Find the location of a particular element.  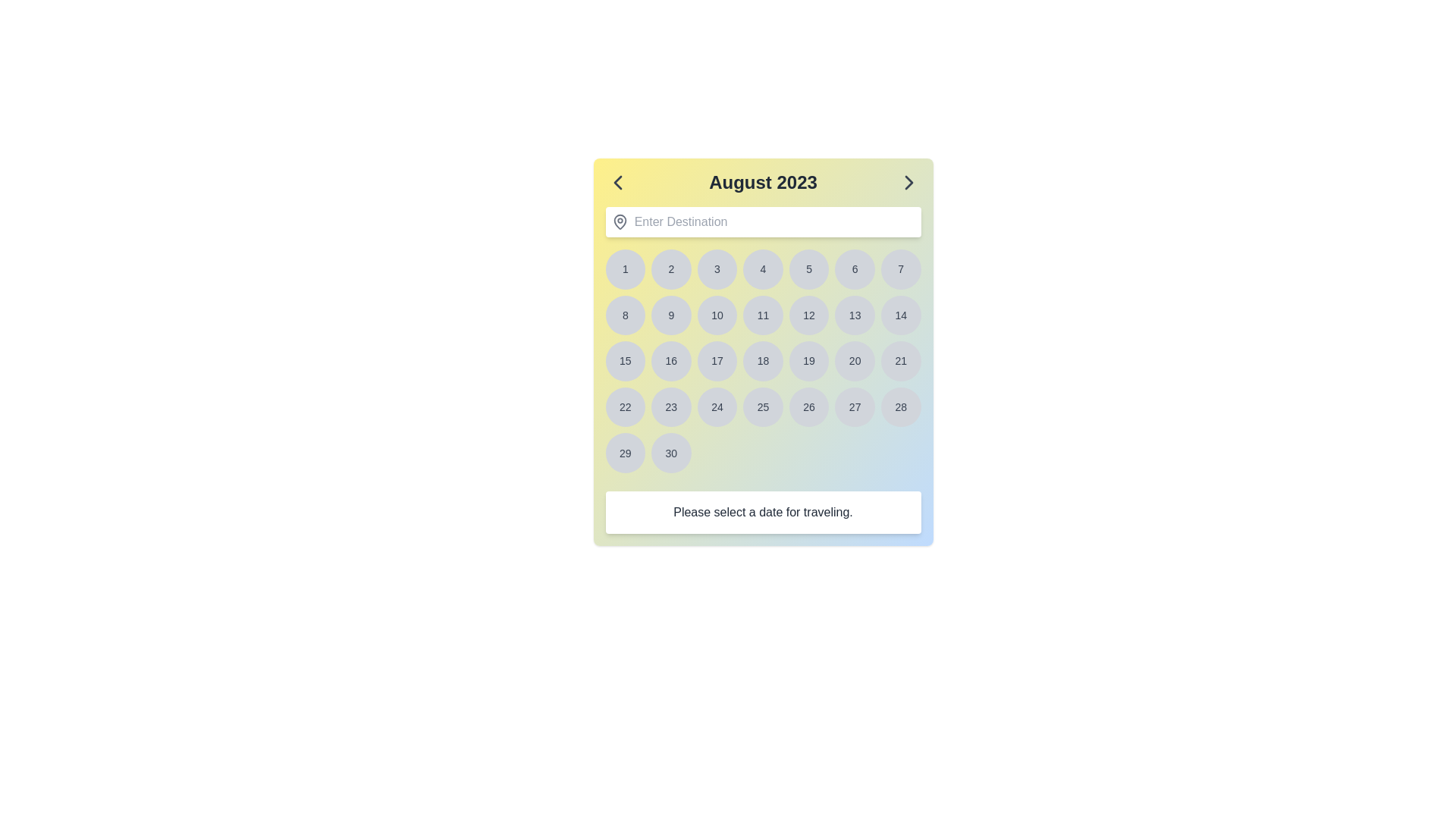

the circular button with a light gray background that contains the number '28' in dark text is located at coordinates (901, 406).